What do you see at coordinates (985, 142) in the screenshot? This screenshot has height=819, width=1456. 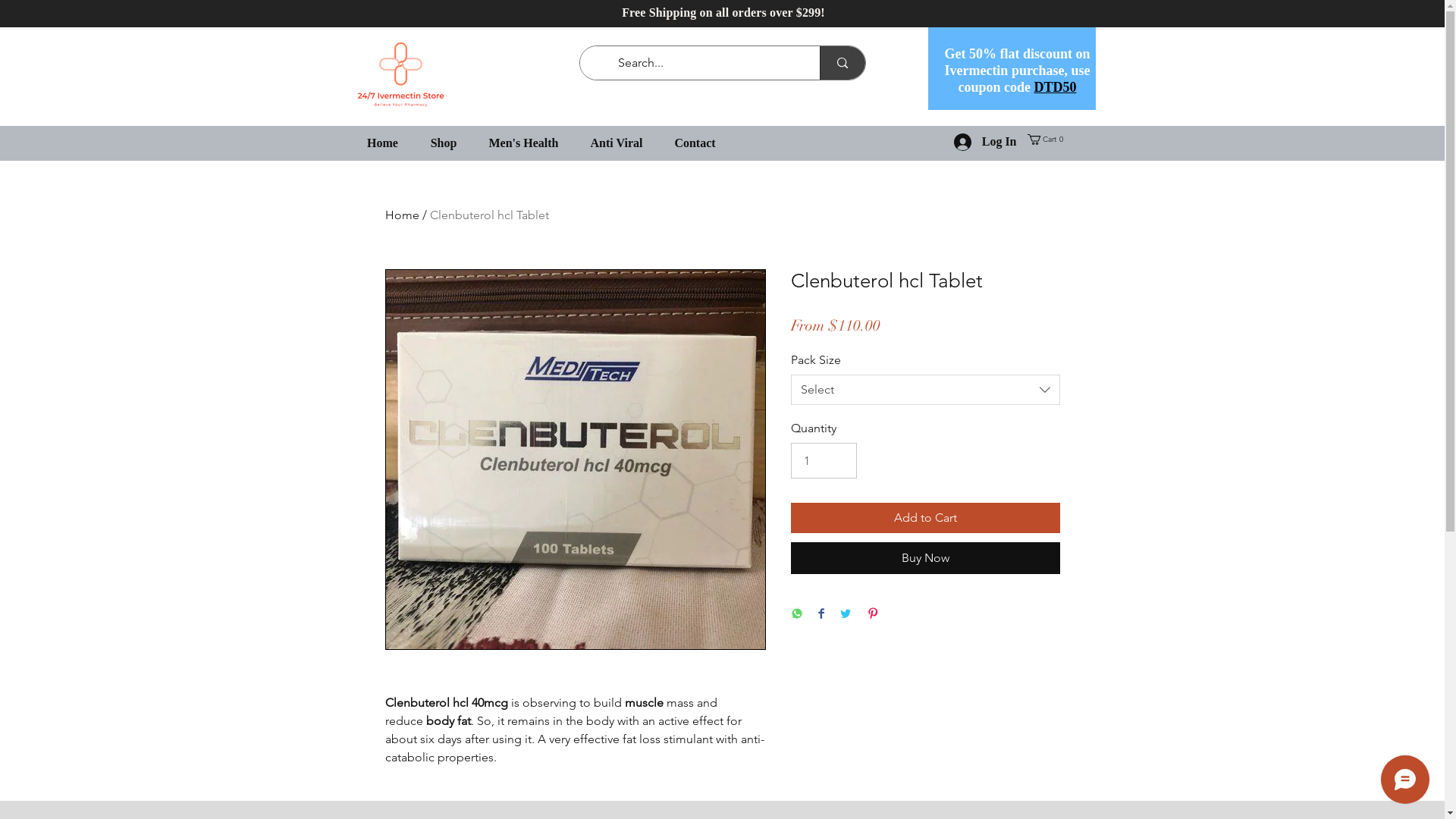 I see `'Log In'` at bounding box center [985, 142].